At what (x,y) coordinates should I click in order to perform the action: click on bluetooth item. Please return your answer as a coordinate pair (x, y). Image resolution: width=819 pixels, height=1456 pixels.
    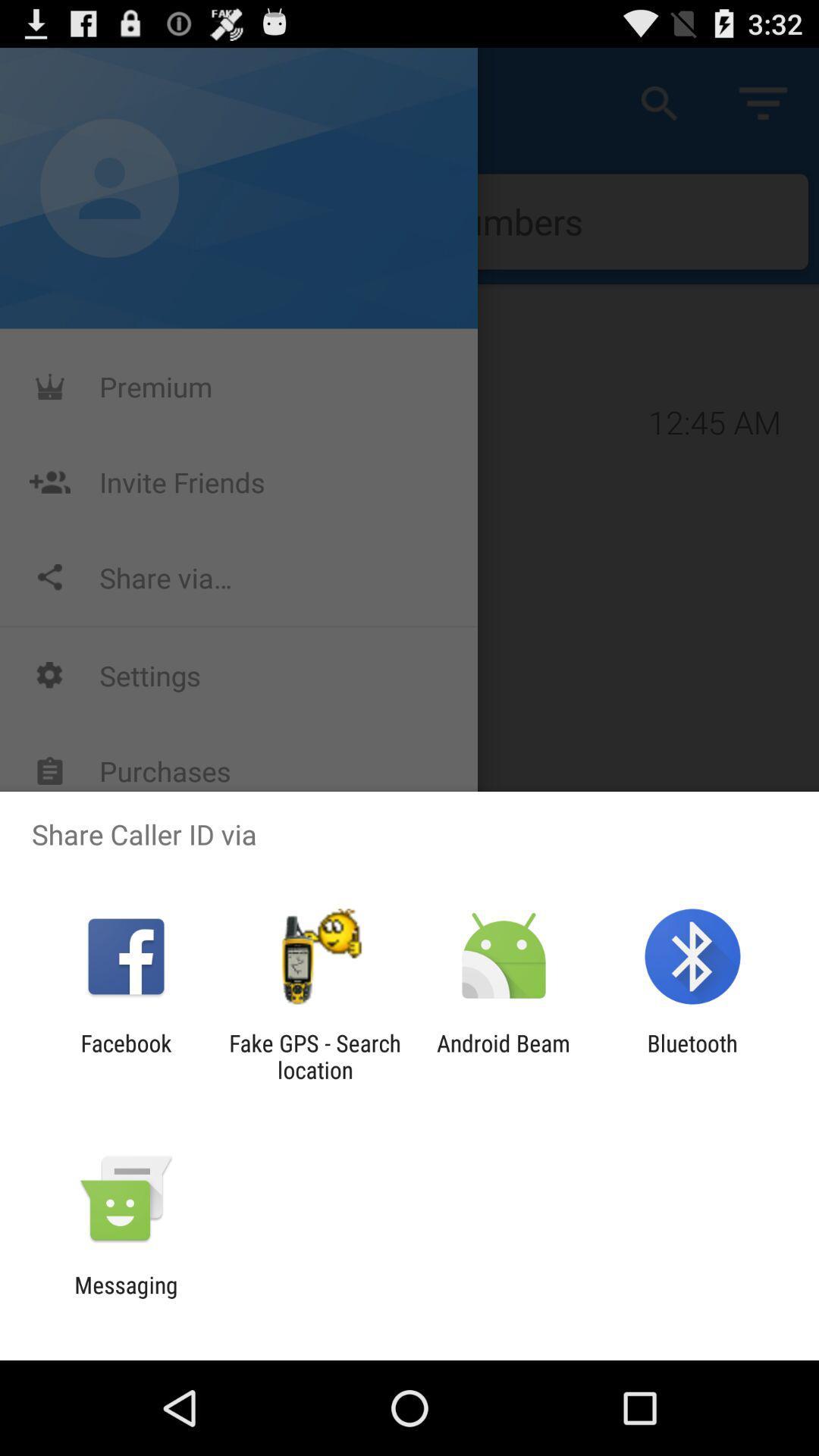
    Looking at the image, I should click on (692, 1056).